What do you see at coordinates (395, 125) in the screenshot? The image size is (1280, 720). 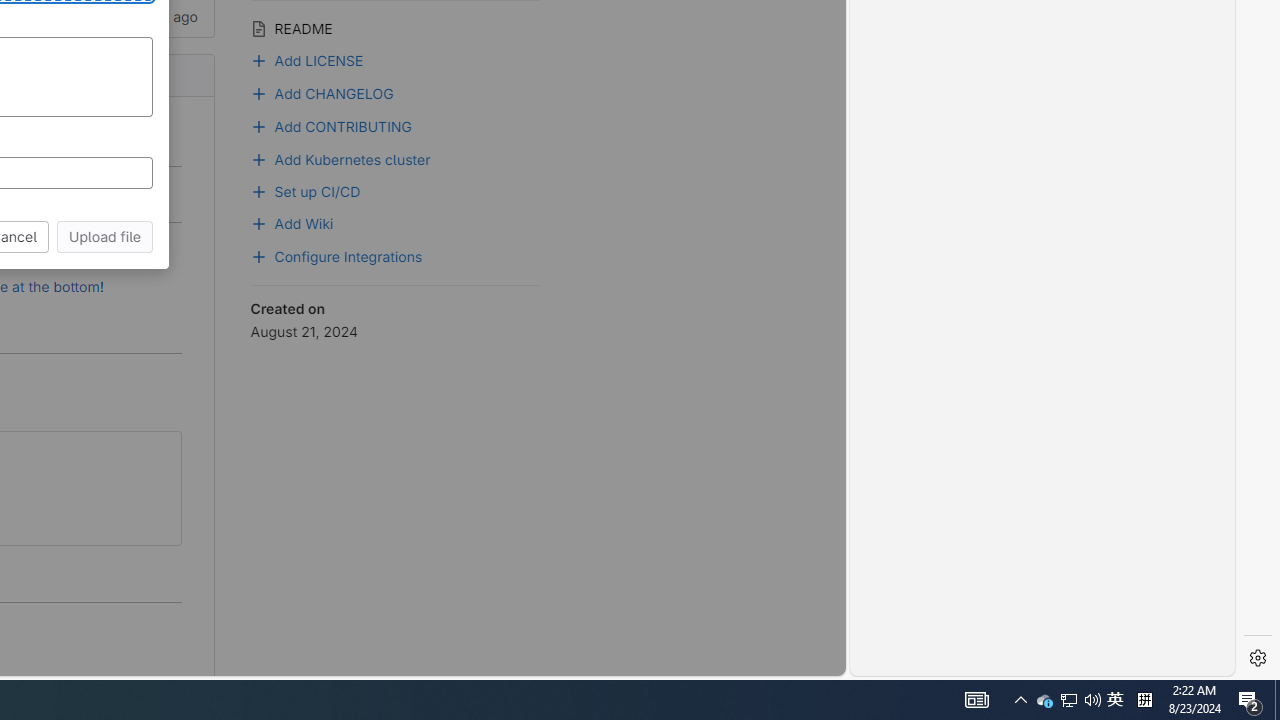 I see `'Add CONTRIBUTING'` at bounding box center [395, 125].